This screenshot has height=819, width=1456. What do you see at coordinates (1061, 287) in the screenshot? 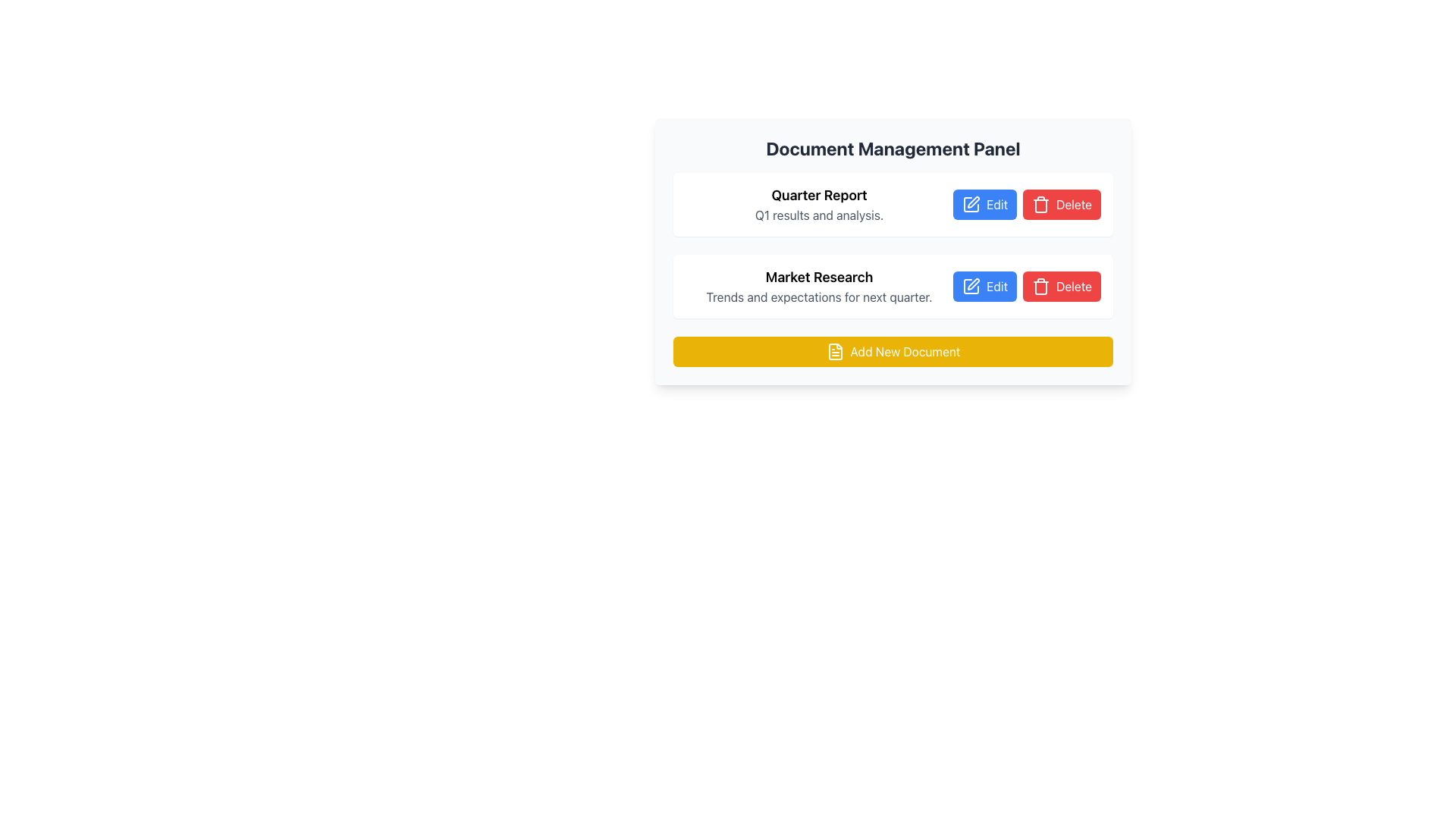
I see `the delete button located in the second row, rightmost position adjacent to the blue 'Edit' button to observe any hover effects` at bounding box center [1061, 287].